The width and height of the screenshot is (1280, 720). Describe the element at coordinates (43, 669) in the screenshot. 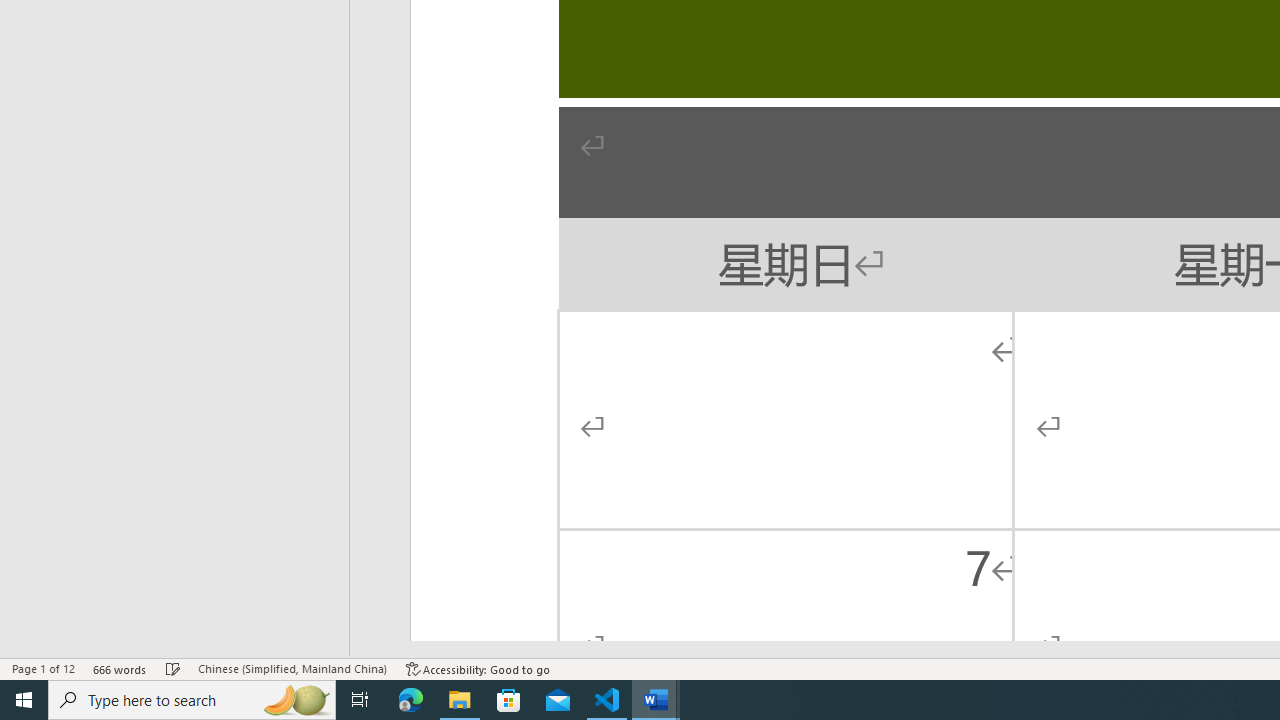

I see `'Page Number Page 1 of 12'` at that location.